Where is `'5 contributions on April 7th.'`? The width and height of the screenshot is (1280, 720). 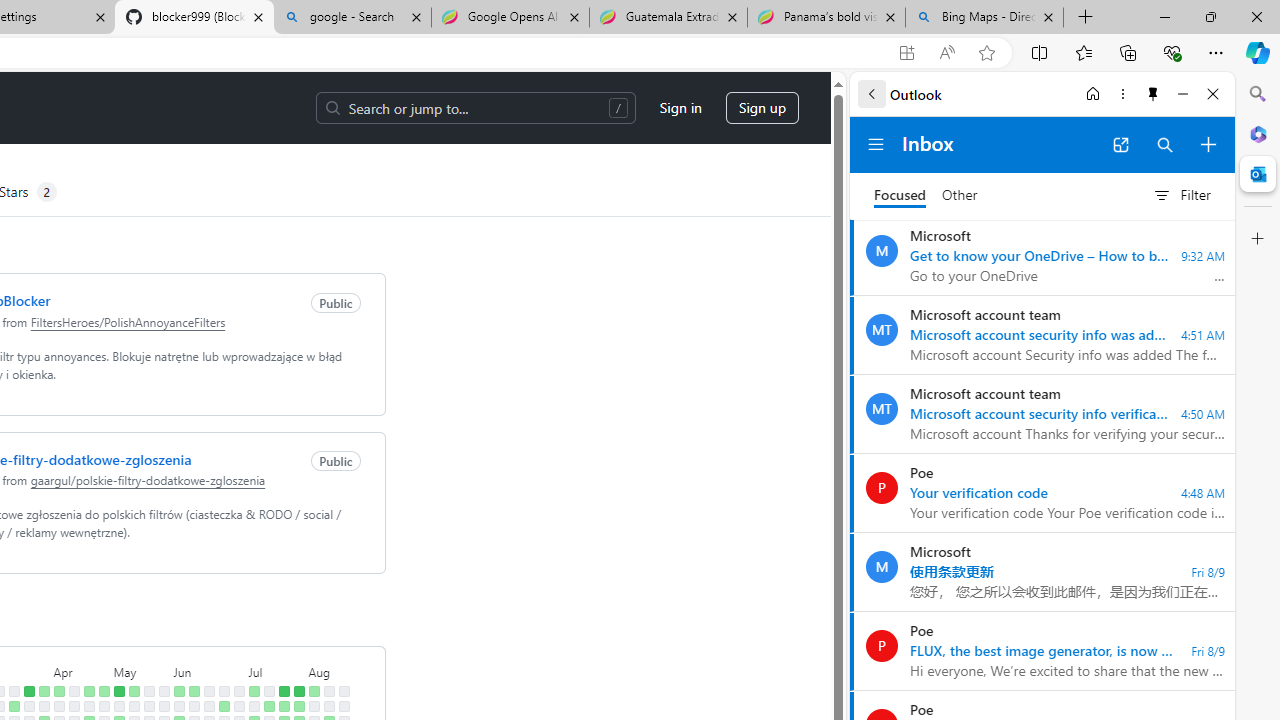 '5 contributions on April 7th.' is located at coordinates (58, 690).